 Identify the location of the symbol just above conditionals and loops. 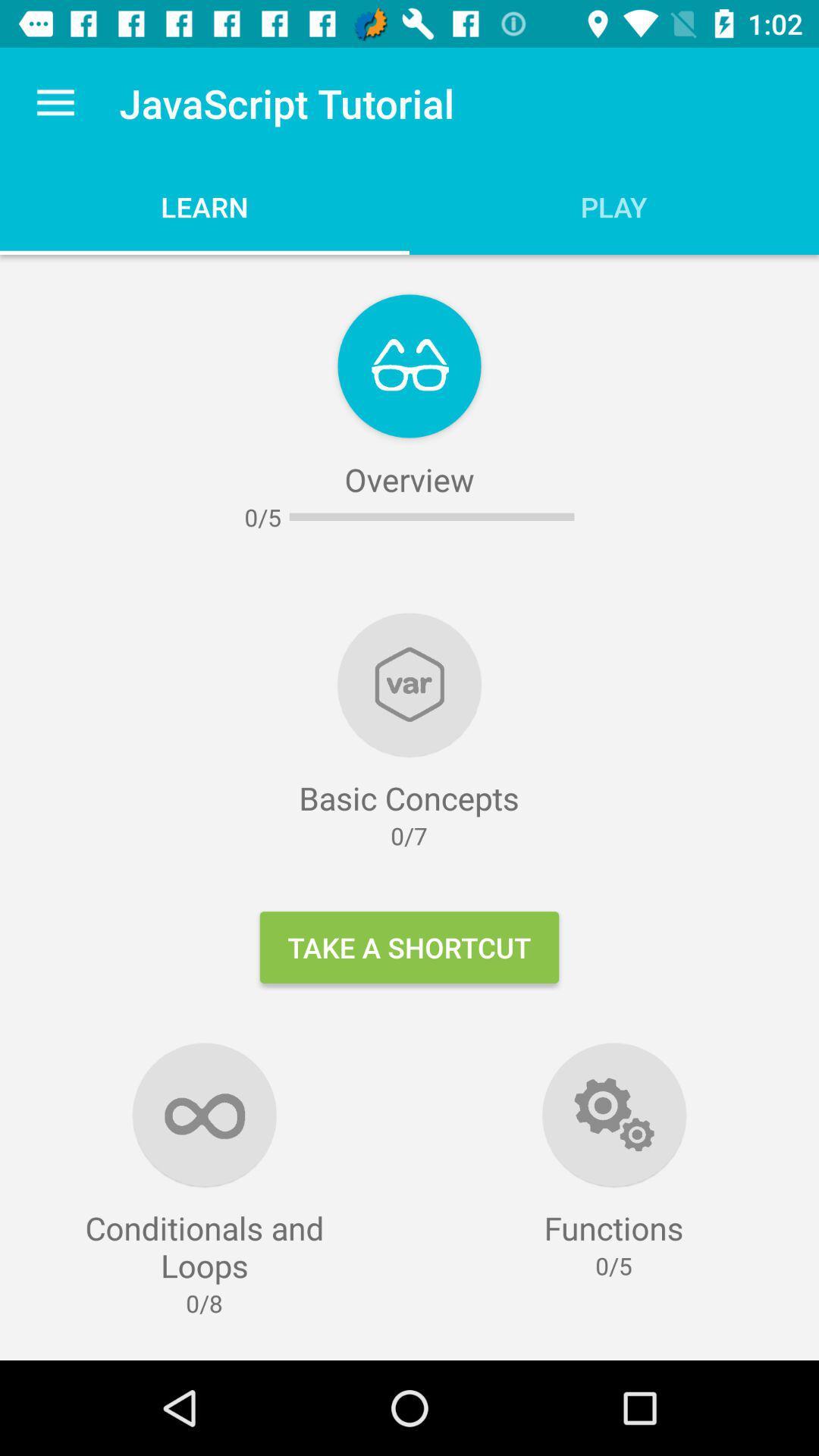
(205, 1114).